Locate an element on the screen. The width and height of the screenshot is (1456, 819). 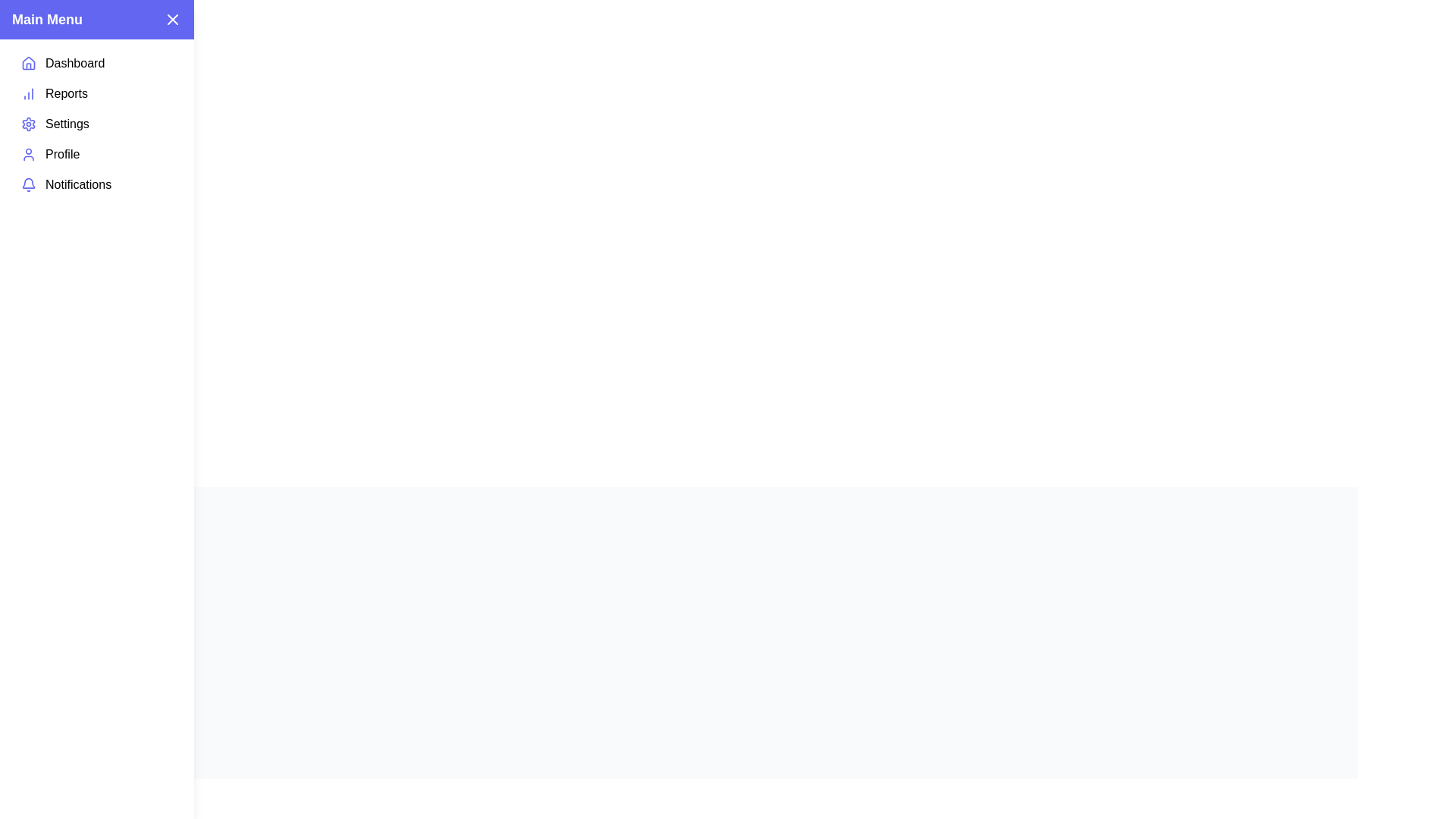
the interactive close button (an 'X' symbol) located in the upper right corner of the blue header bar labeled 'Main Menu' is located at coordinates (172, 20).